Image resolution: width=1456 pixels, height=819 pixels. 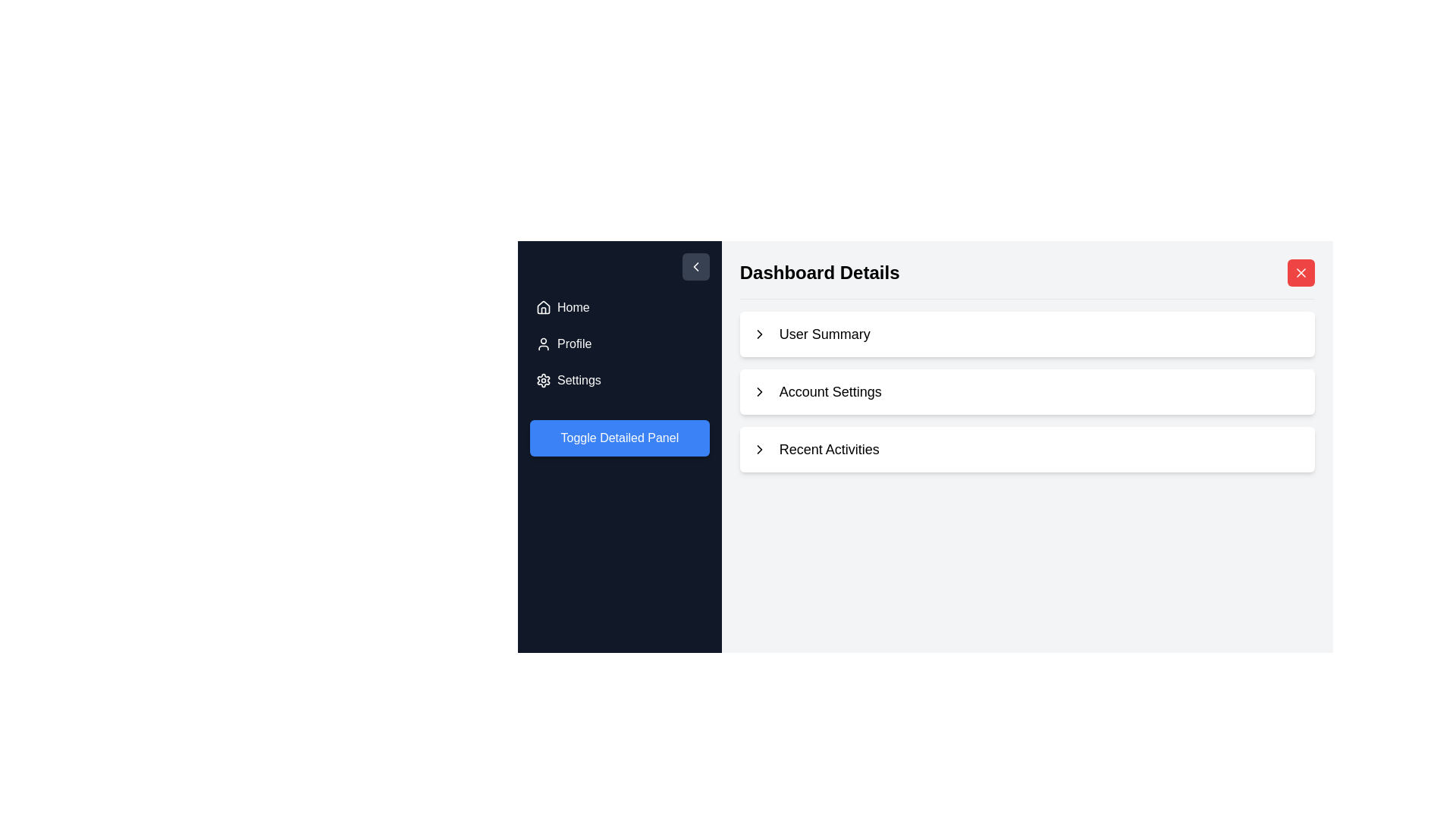 I want to click on 'Account Settings' text label located in the second section of the dashboard detail menu, positioned between 'User Summary' and 'Recent Activities', so click(x=830, y=391).